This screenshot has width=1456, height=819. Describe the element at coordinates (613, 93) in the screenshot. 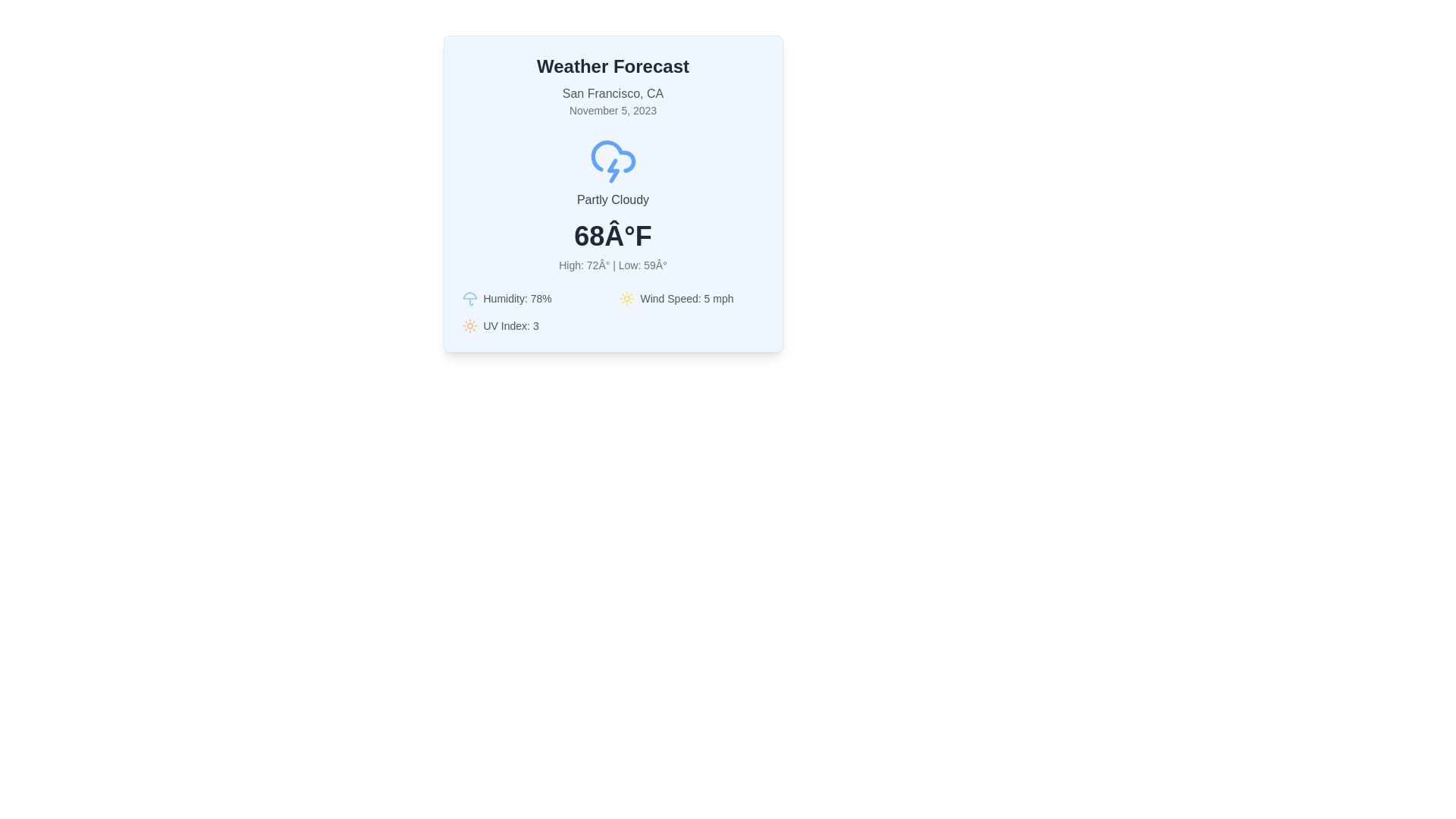

I see `the Text Label displaying the location associated with the weather forecast, positioned below 'Weather Forecast' and above 'November 5, 2023'` at that location.